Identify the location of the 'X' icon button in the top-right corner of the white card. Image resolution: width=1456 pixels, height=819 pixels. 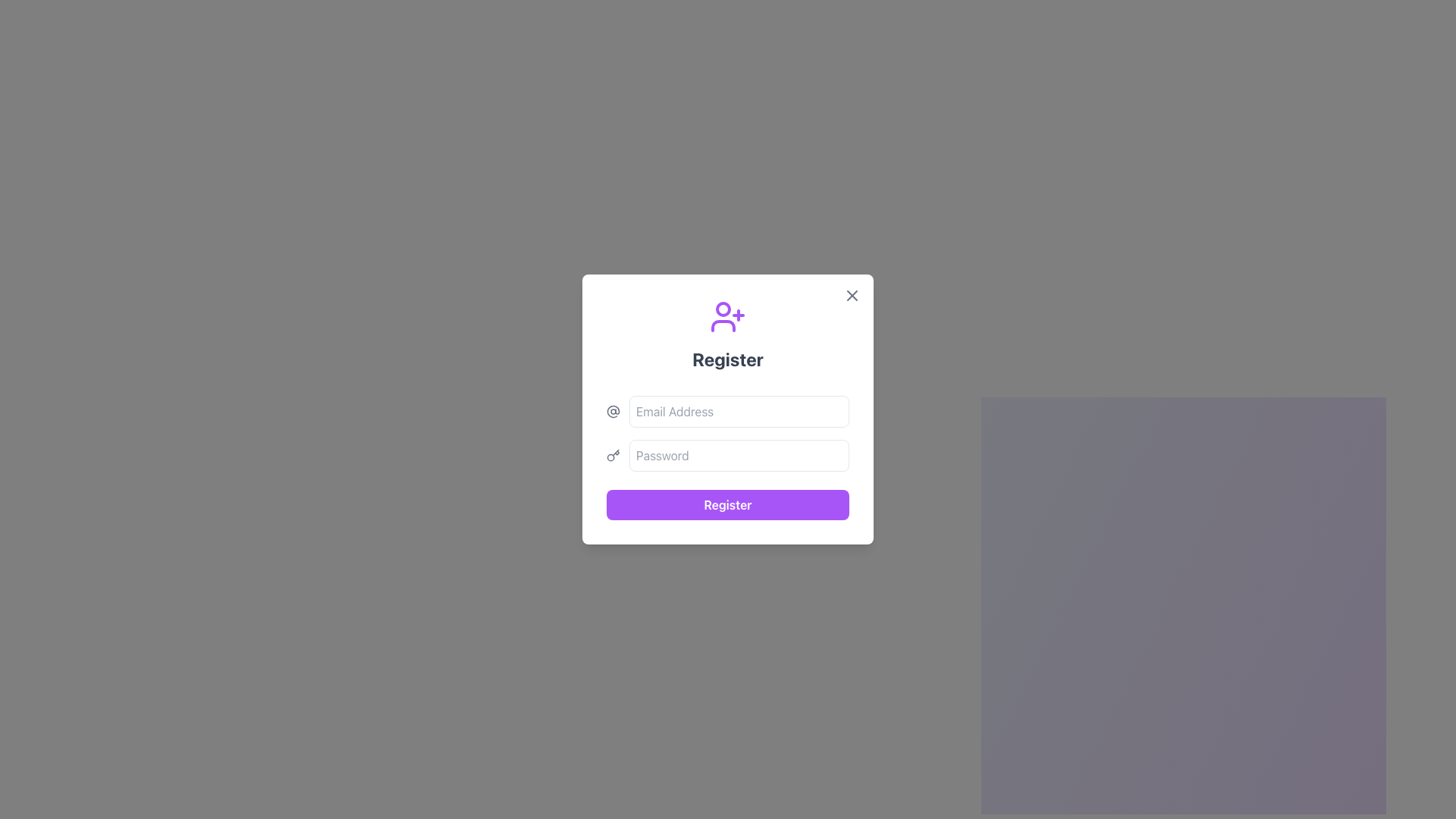
(852, 295).